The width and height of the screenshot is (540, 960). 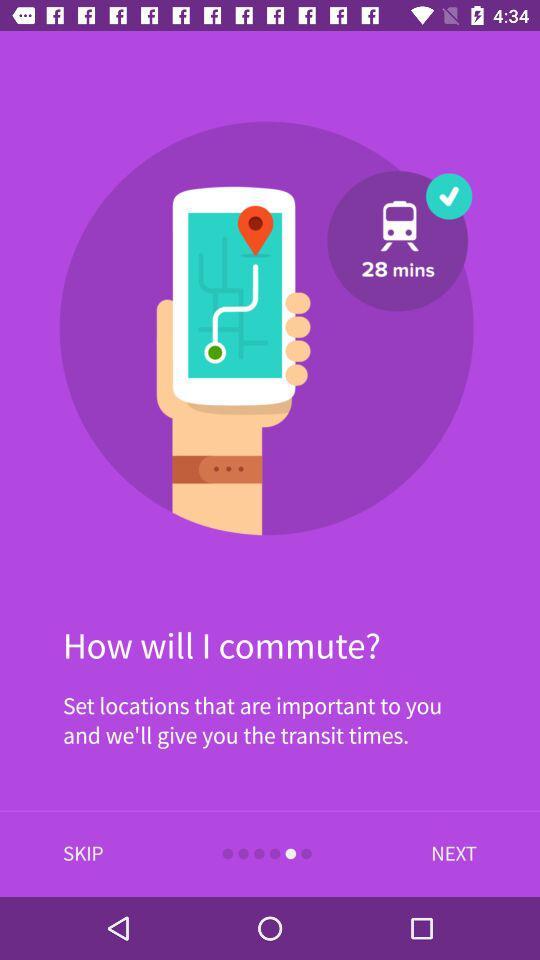 What do you see at coordinates (82, 853) in the screenshot?
I see `the item below the set locations that item` at bounding box center [82, 853].